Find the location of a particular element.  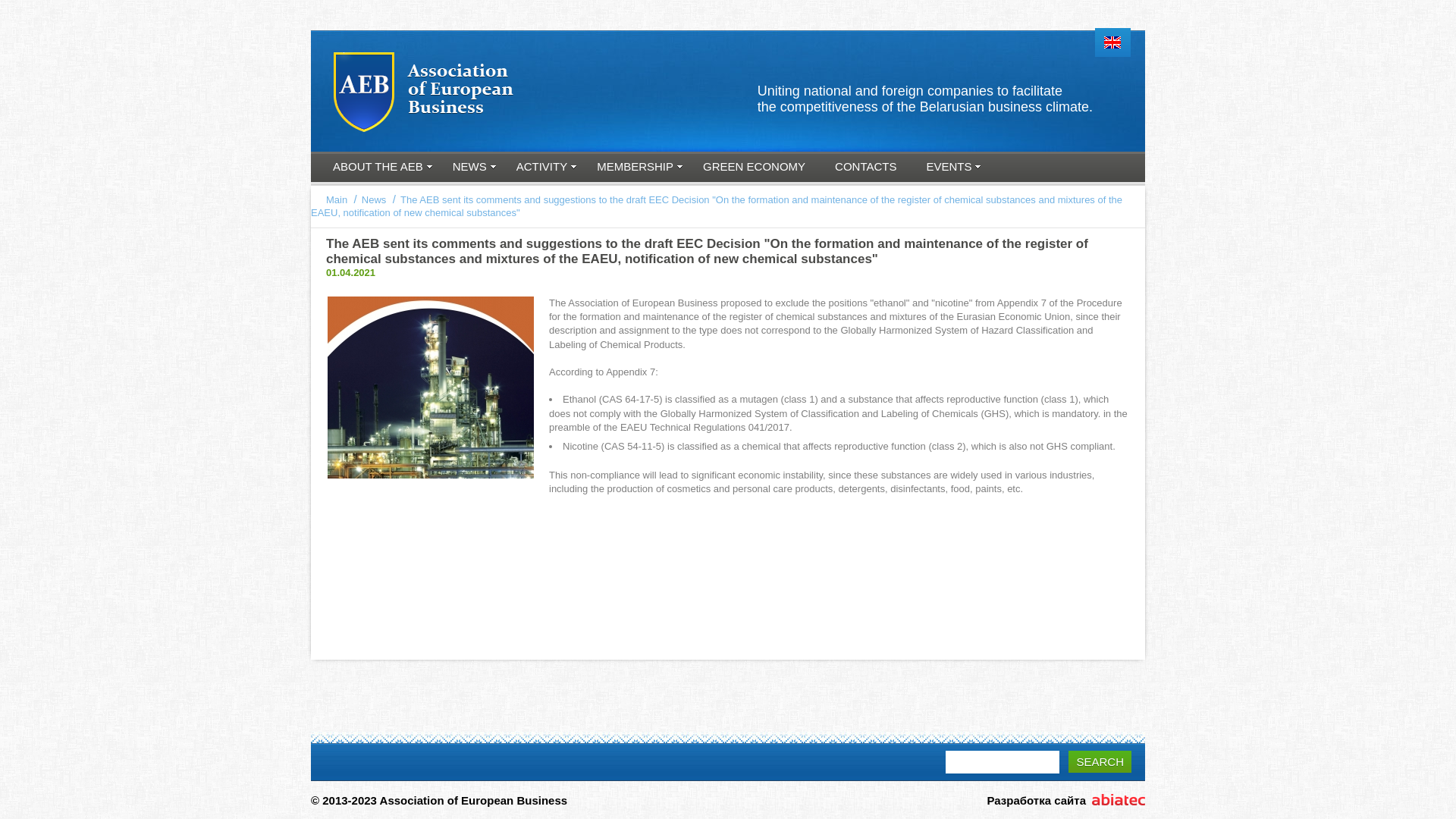

'ACTIVITY' is located at coordinates (543, 168).